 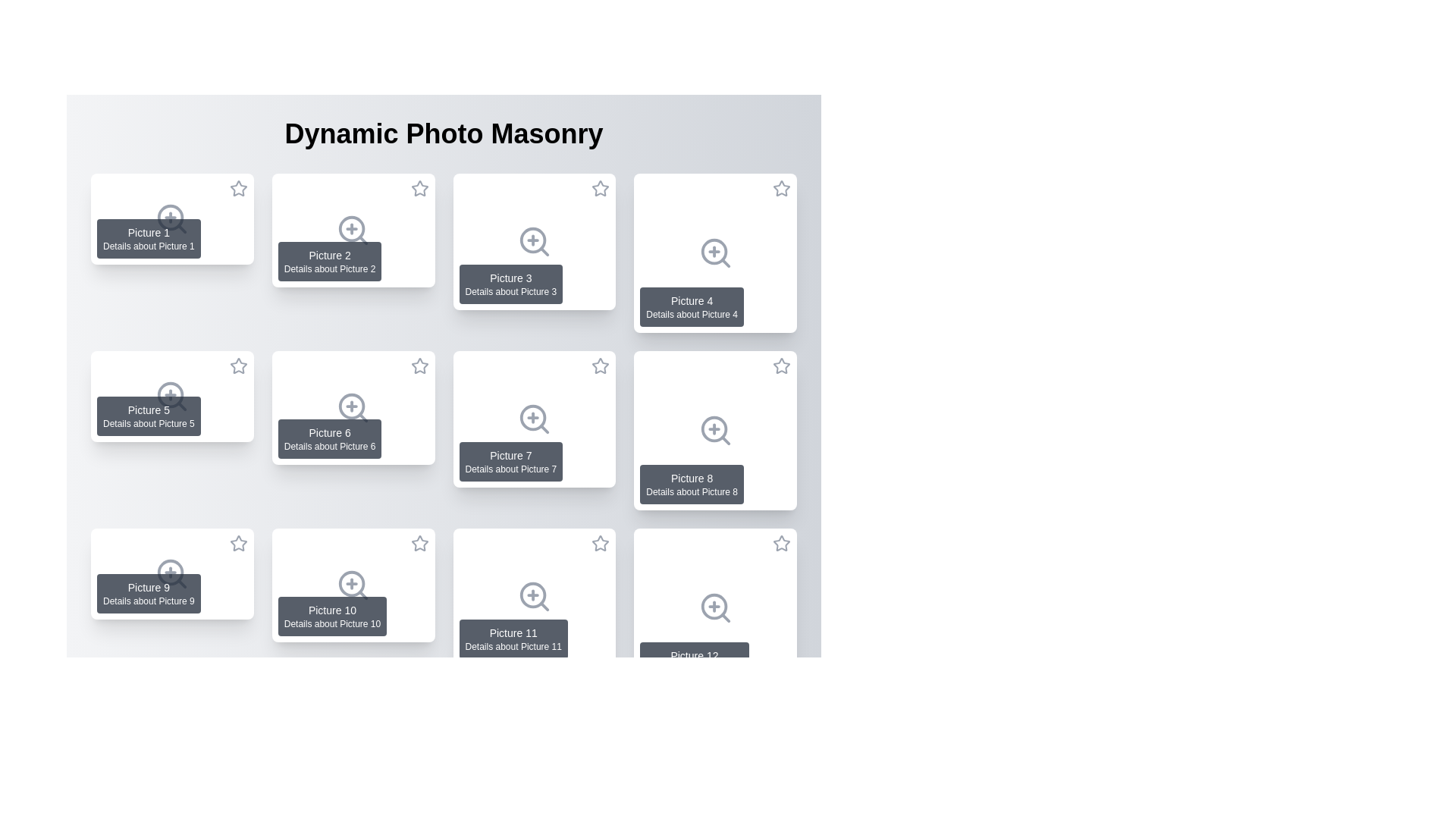 I want to click on the circular plus symbol within the magnifying glass icon, which is positioned over 'Picture 8' in the grid layout, so click(x=713, y=429).